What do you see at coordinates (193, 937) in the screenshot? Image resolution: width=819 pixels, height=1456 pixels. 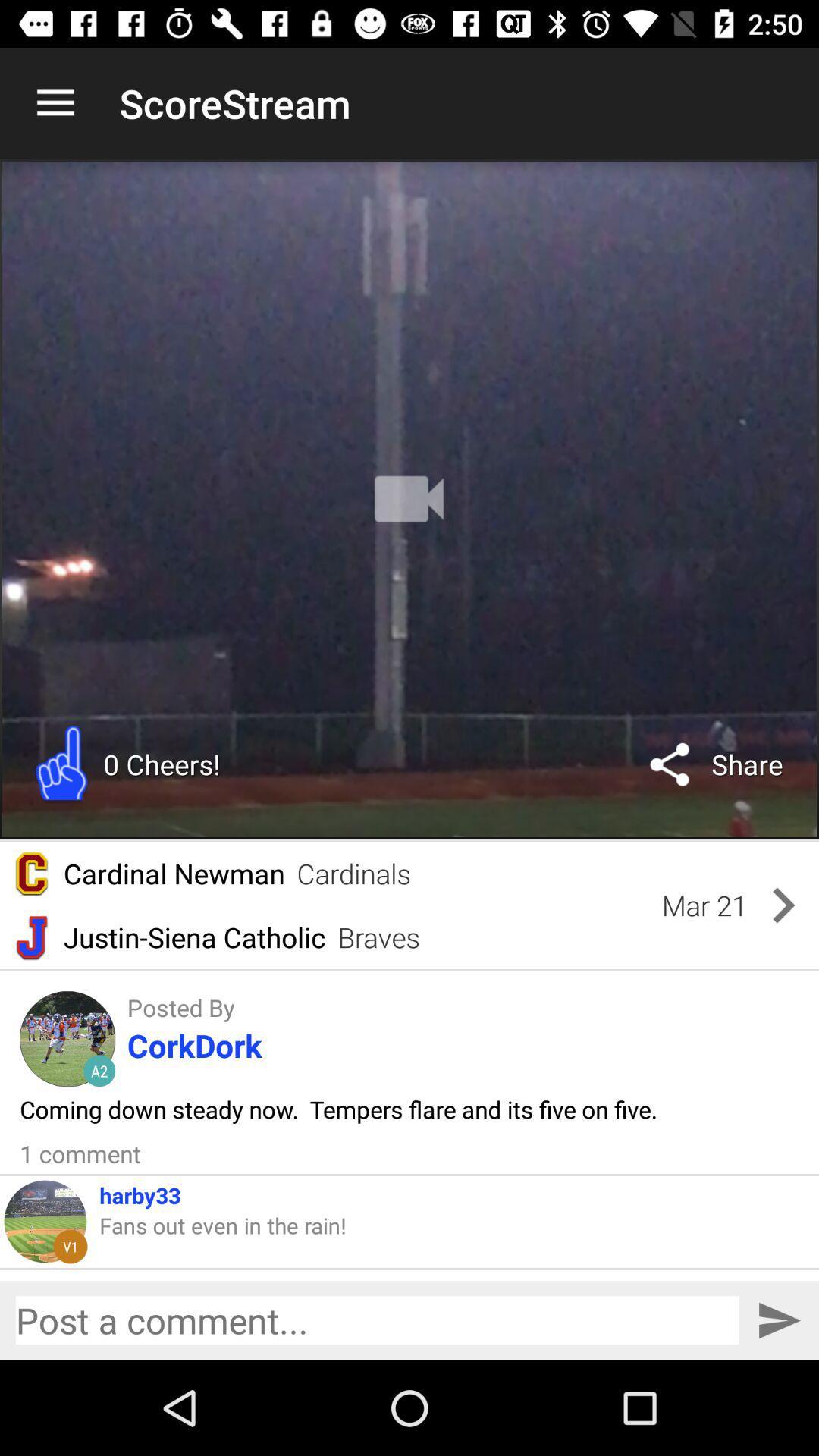 I see `the icon to the left of the braves item` at bounding box center [193, 937].